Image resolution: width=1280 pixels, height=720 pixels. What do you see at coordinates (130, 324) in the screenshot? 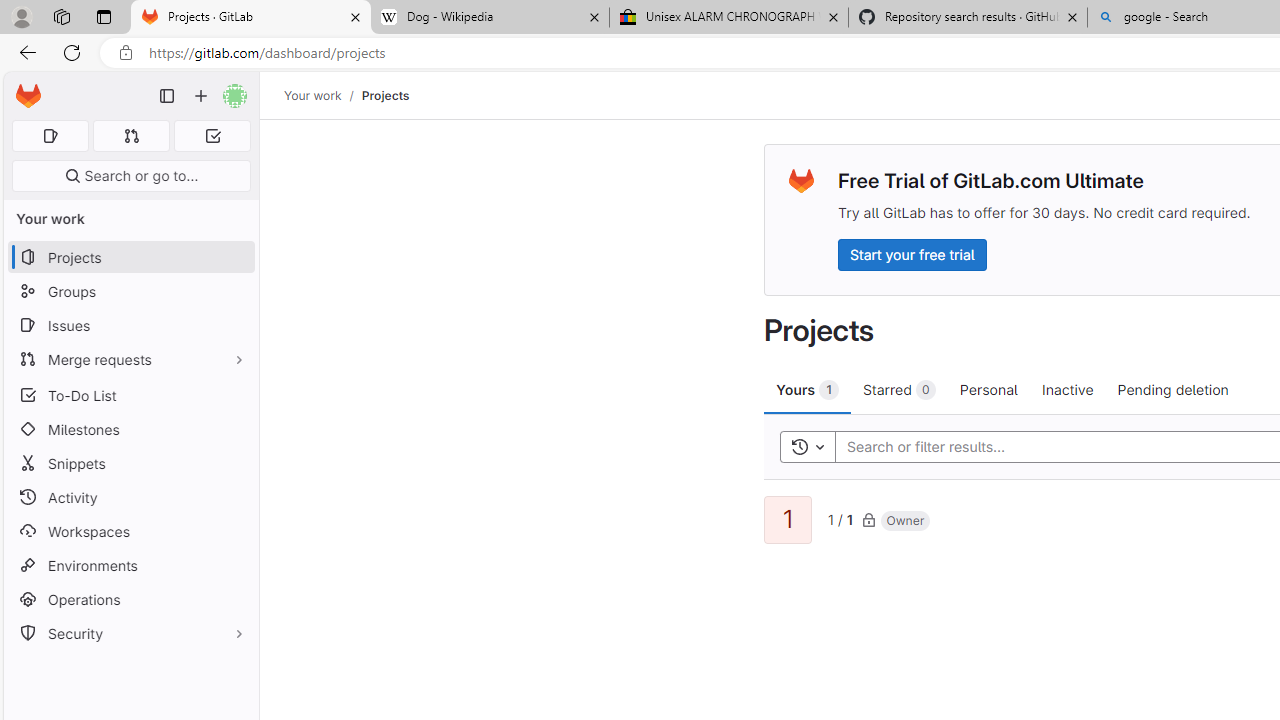
I see `'Issues'` at bounding box center [130, 324].